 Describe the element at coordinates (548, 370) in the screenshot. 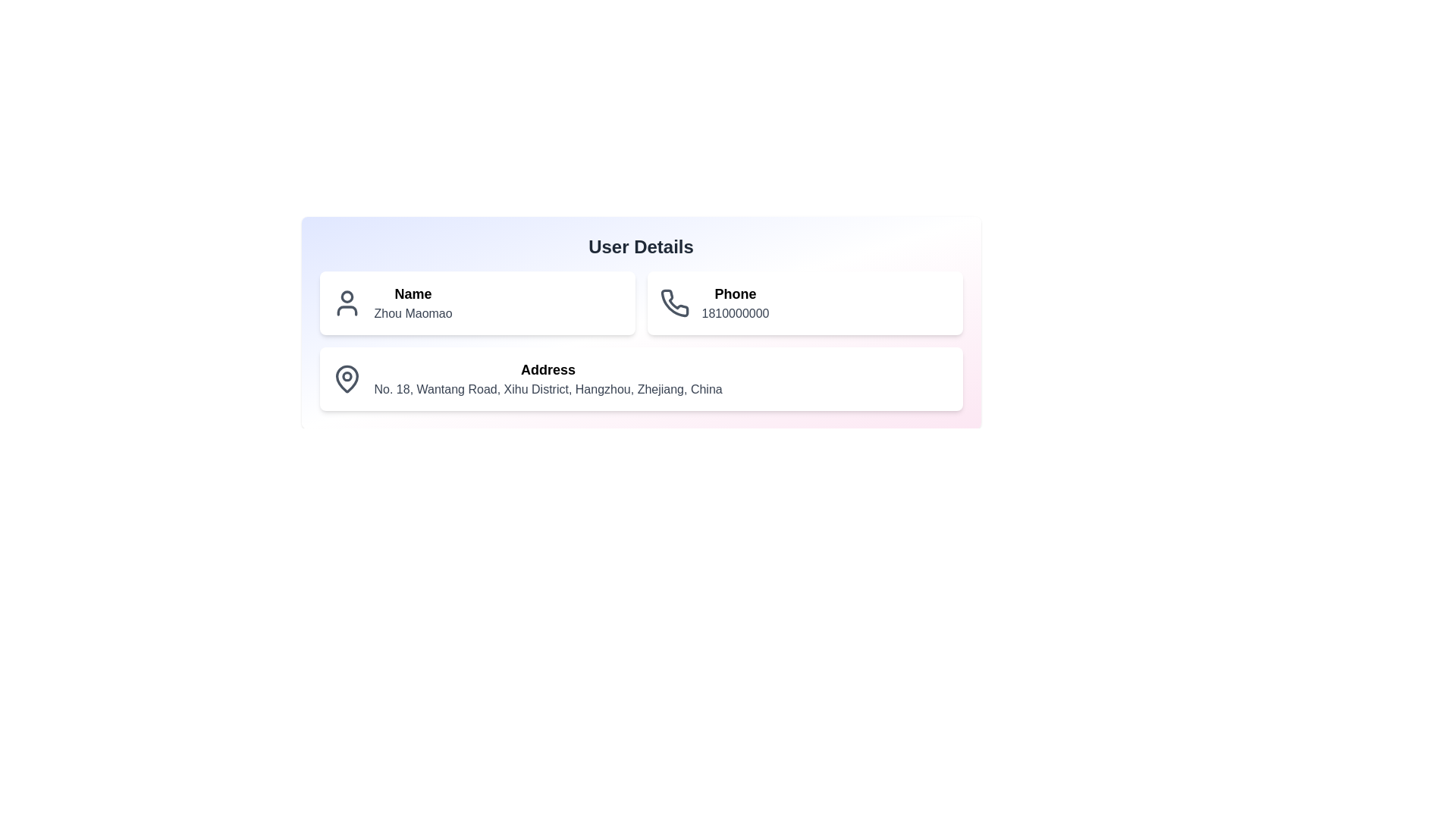

I see `the bold text label 'Address' located in the lower section of the 'User Details' card, which serves as a heading for the address information` at that location.